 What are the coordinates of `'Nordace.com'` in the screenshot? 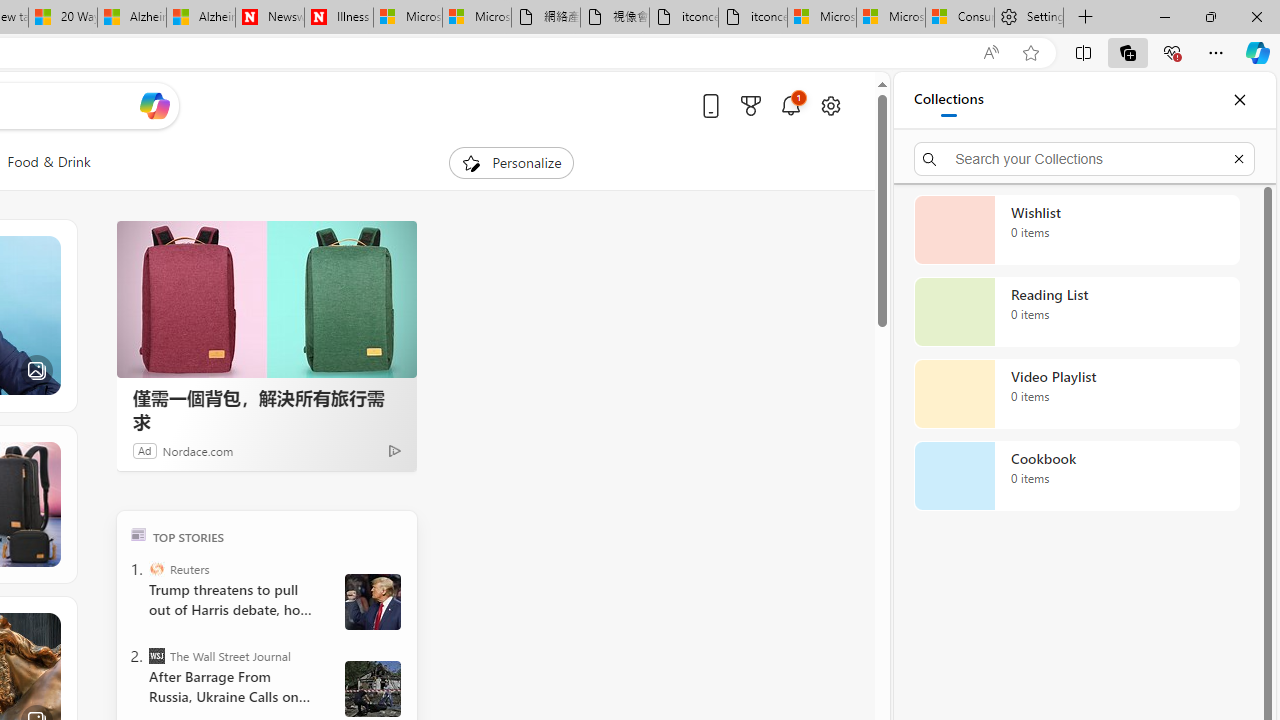 It's located at (198, 450).